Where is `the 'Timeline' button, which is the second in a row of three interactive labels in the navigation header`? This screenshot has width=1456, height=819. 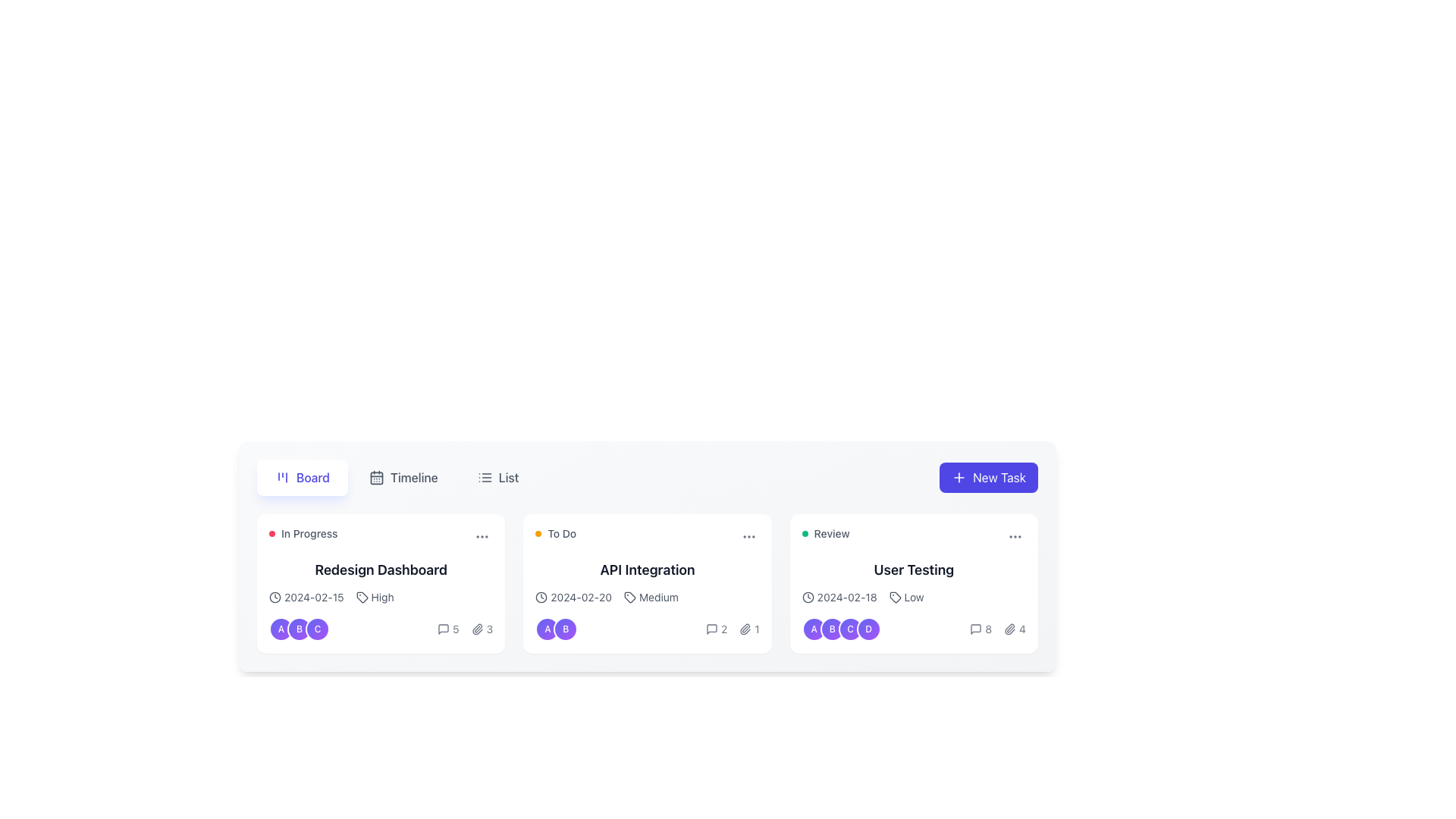
the 'Timeline' button, which is the second in a row of three interactive labels in the navigation header is located at coordinates (403, 476).